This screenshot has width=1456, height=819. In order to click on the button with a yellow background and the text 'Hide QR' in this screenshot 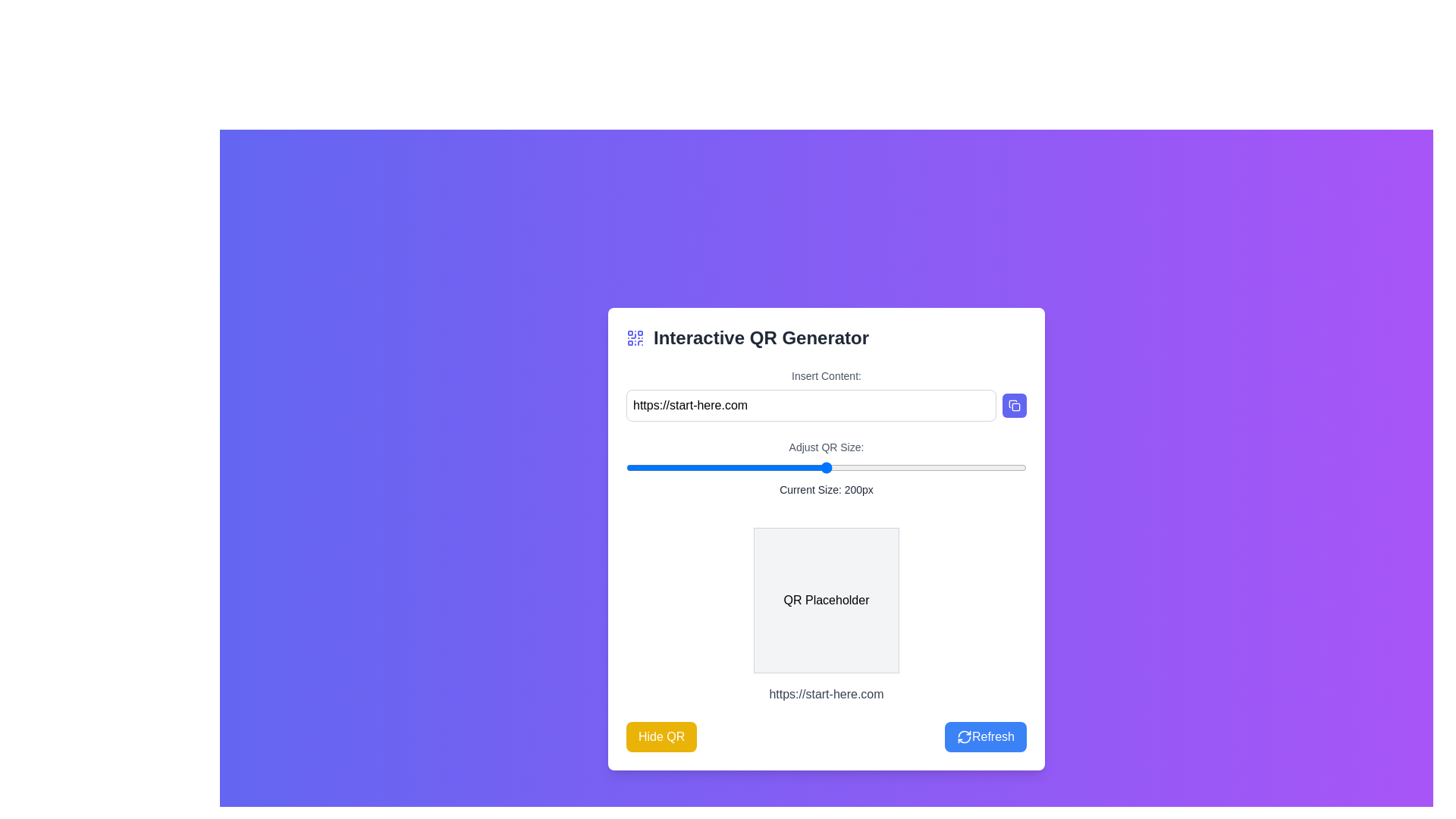, I will do `click(661, 736)`.